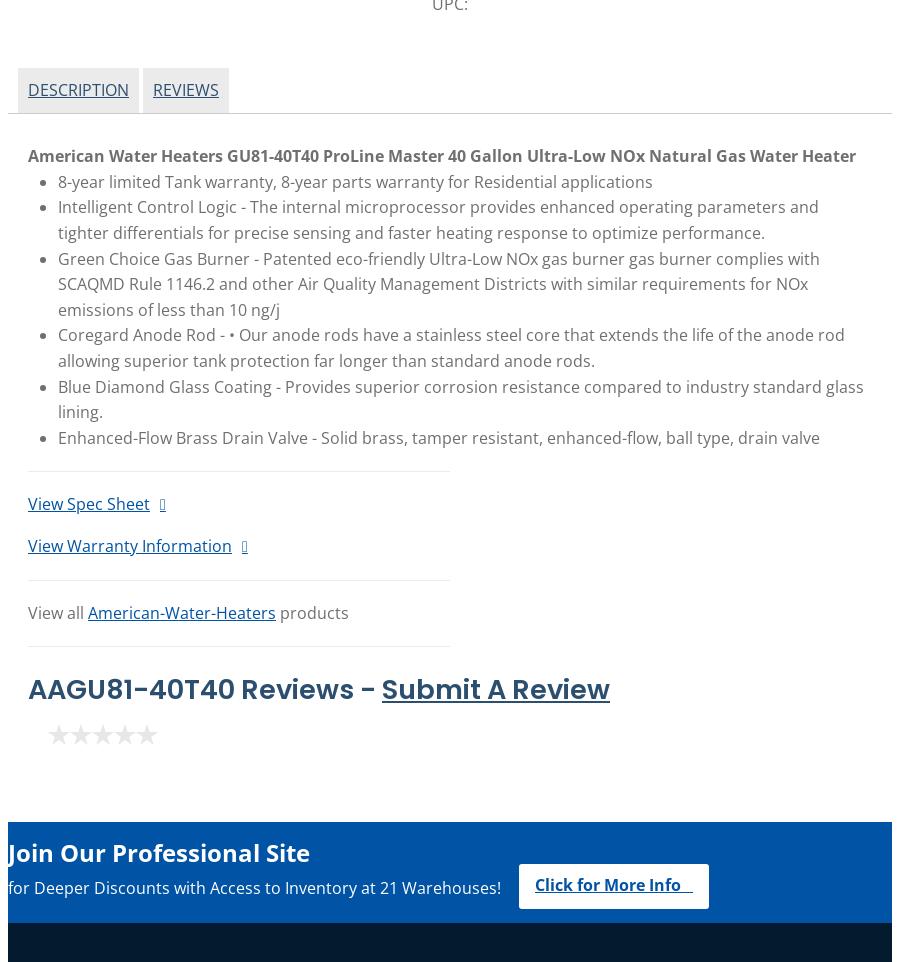 The height and width of the screenshot is (962, 900). Describe the element at coordinates (459, 398) in the screenshot. I see `'Blue Diamond Glass Coating - Provides superior corrosion resistance compared to industry standard glass lining.'` at that location.